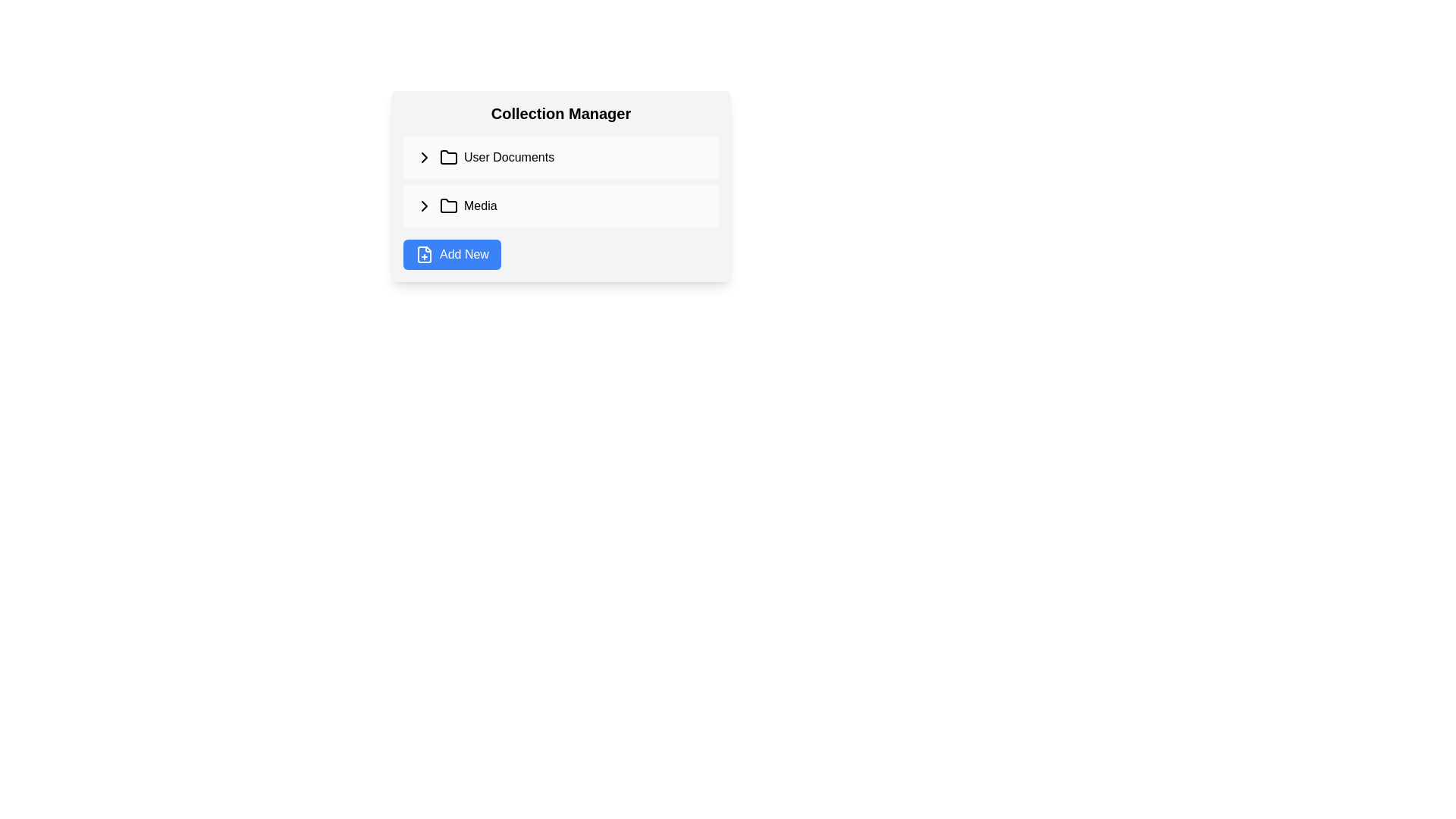  What do you see at coordinates (425, 253) in the screenshot?
I see `the blue document icon located at the center of the 'Add New' button at the bottom-left of the interface` at bounding box center [425, 253].